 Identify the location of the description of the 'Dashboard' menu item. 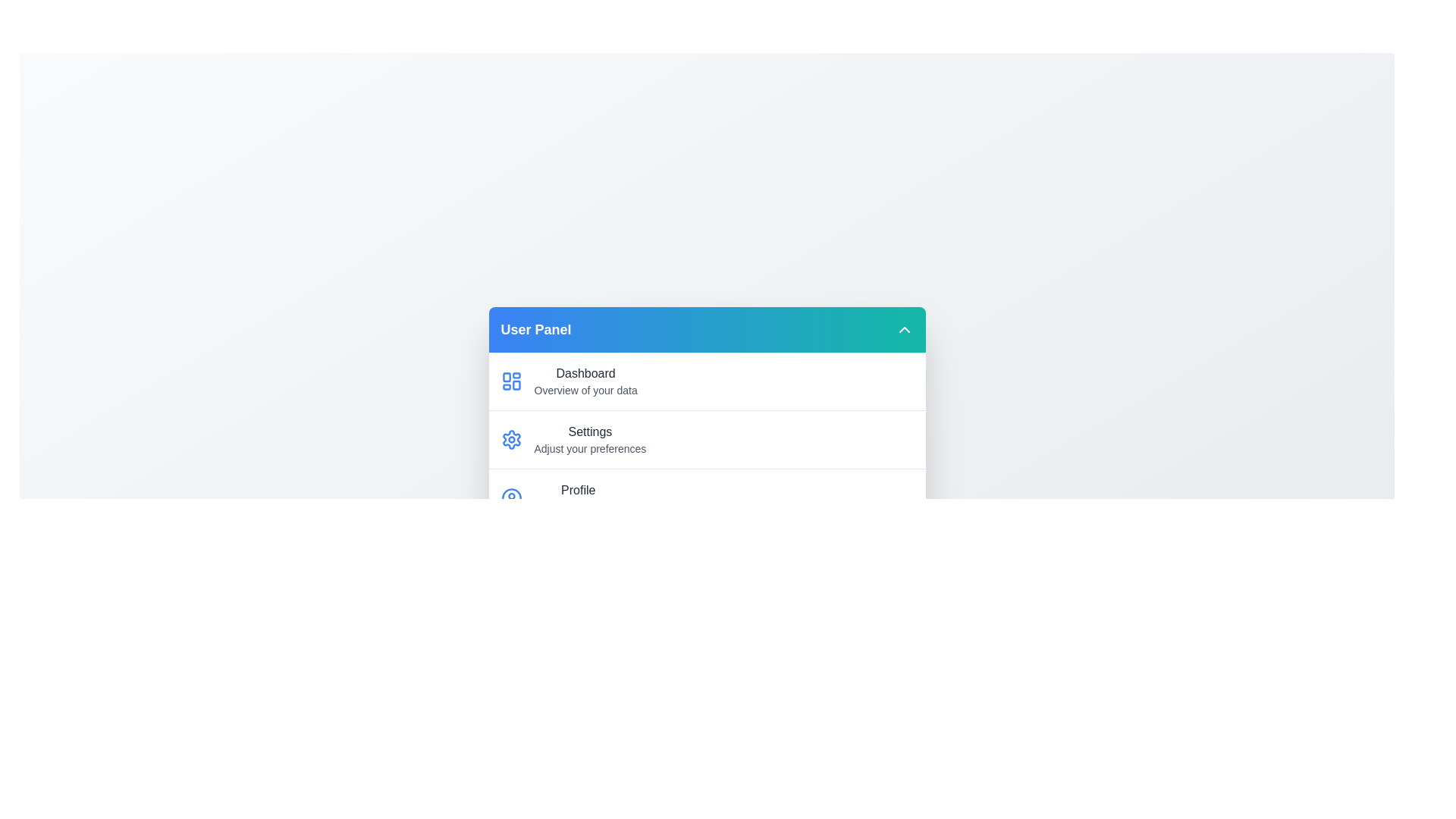
(585, 373).